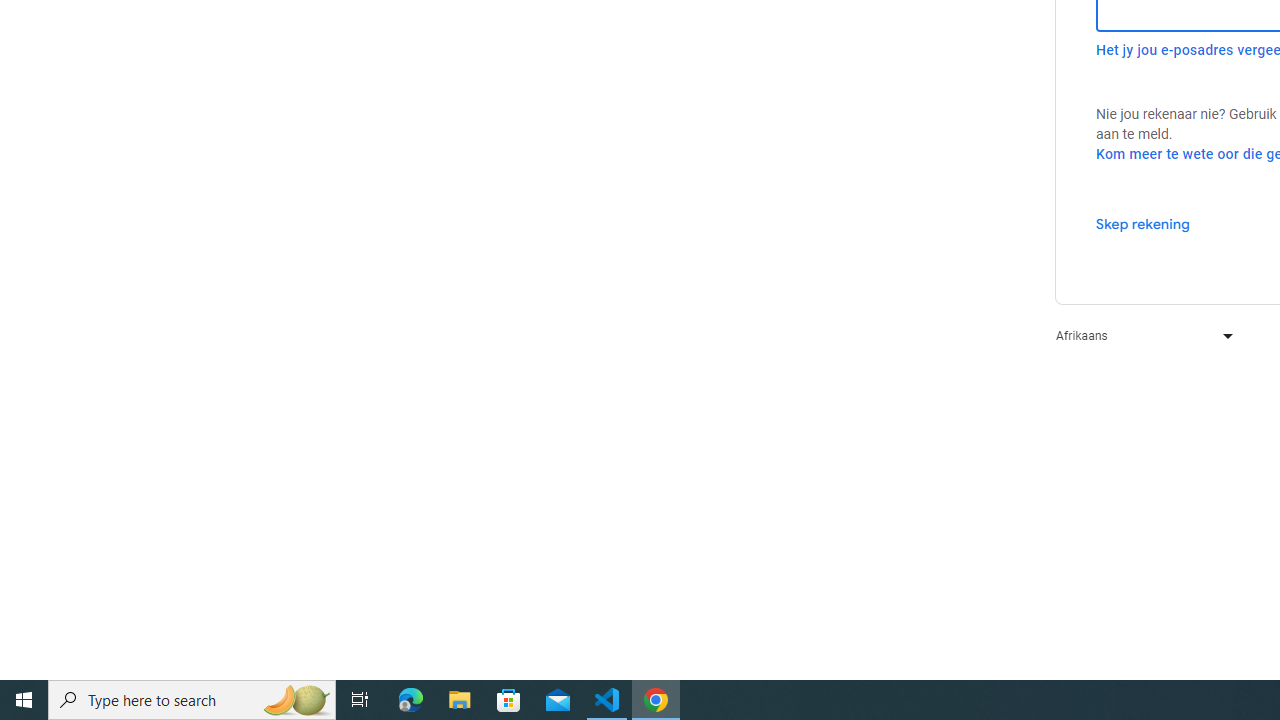  What do you see at coordinates (1142, 223) in the screenshot?
I see `'Skep rekening'` at bounding box center [1142, 223].